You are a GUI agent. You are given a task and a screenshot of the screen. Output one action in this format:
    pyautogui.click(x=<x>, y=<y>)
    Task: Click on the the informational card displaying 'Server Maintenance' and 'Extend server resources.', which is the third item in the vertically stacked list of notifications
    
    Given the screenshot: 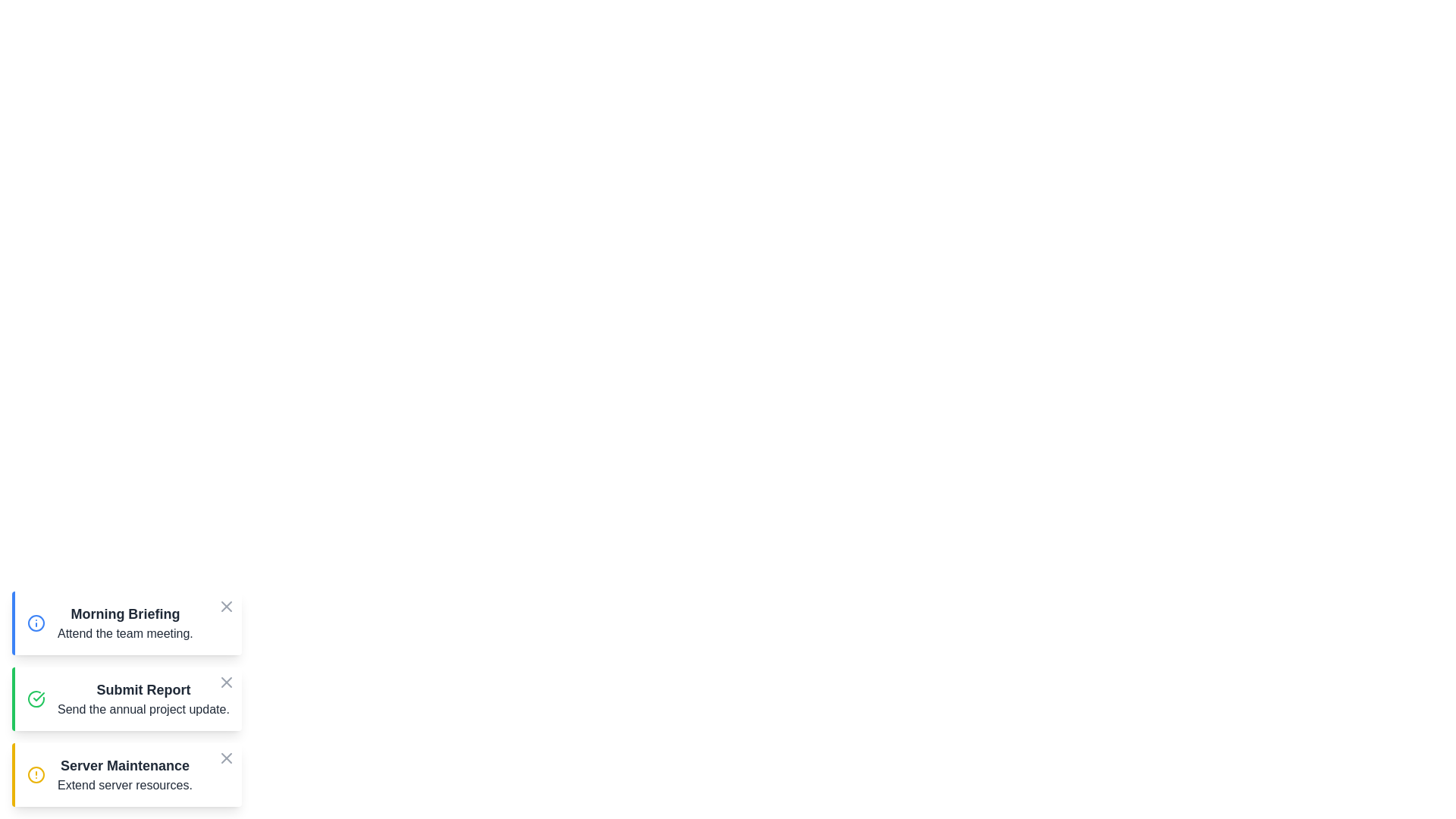 What is the action you would take?
    pyautogui.click(x=128, y=775)
    